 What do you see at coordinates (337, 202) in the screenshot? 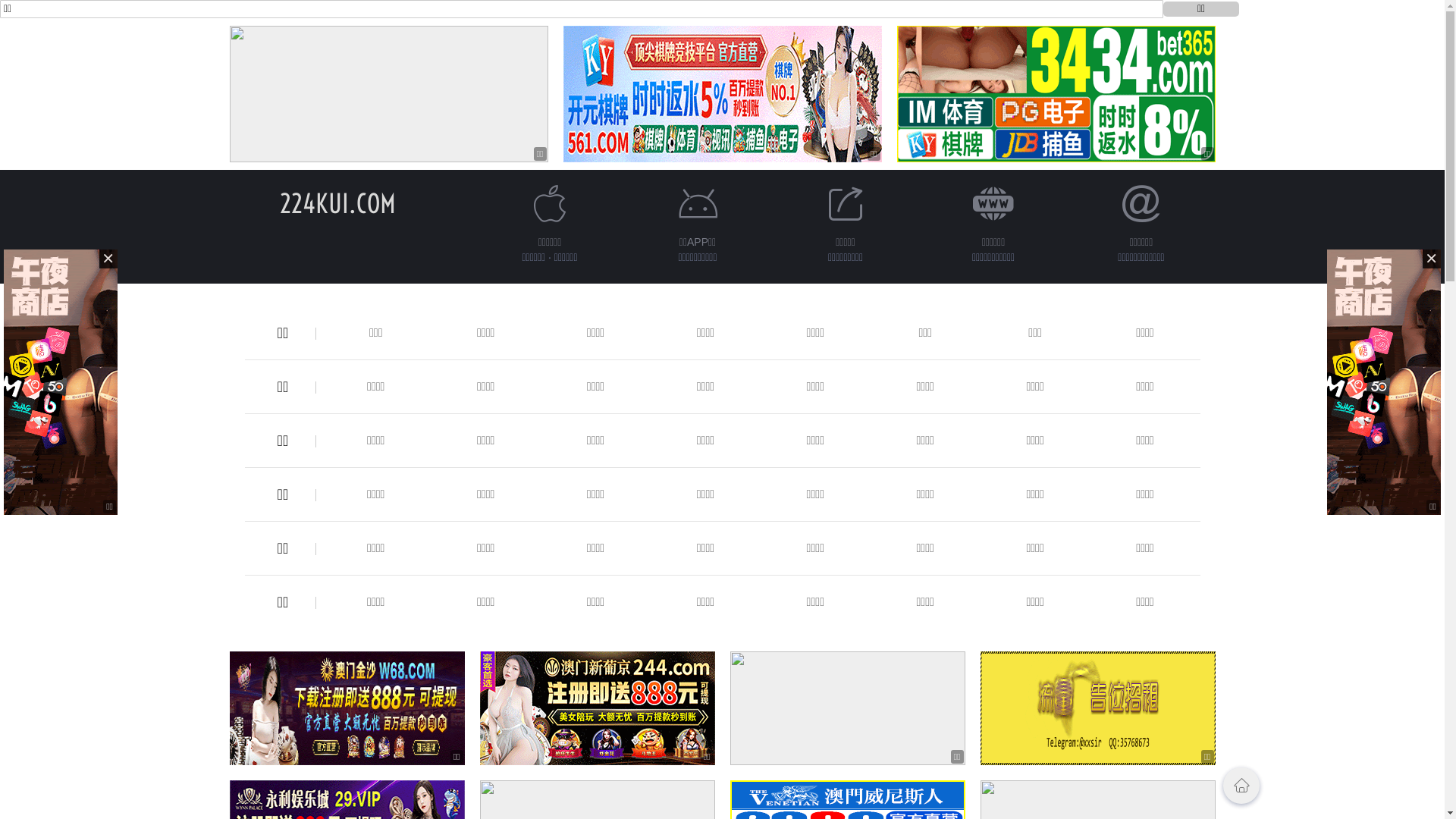
I see `'224KUI.COM'` at bounding box center [337, 202].